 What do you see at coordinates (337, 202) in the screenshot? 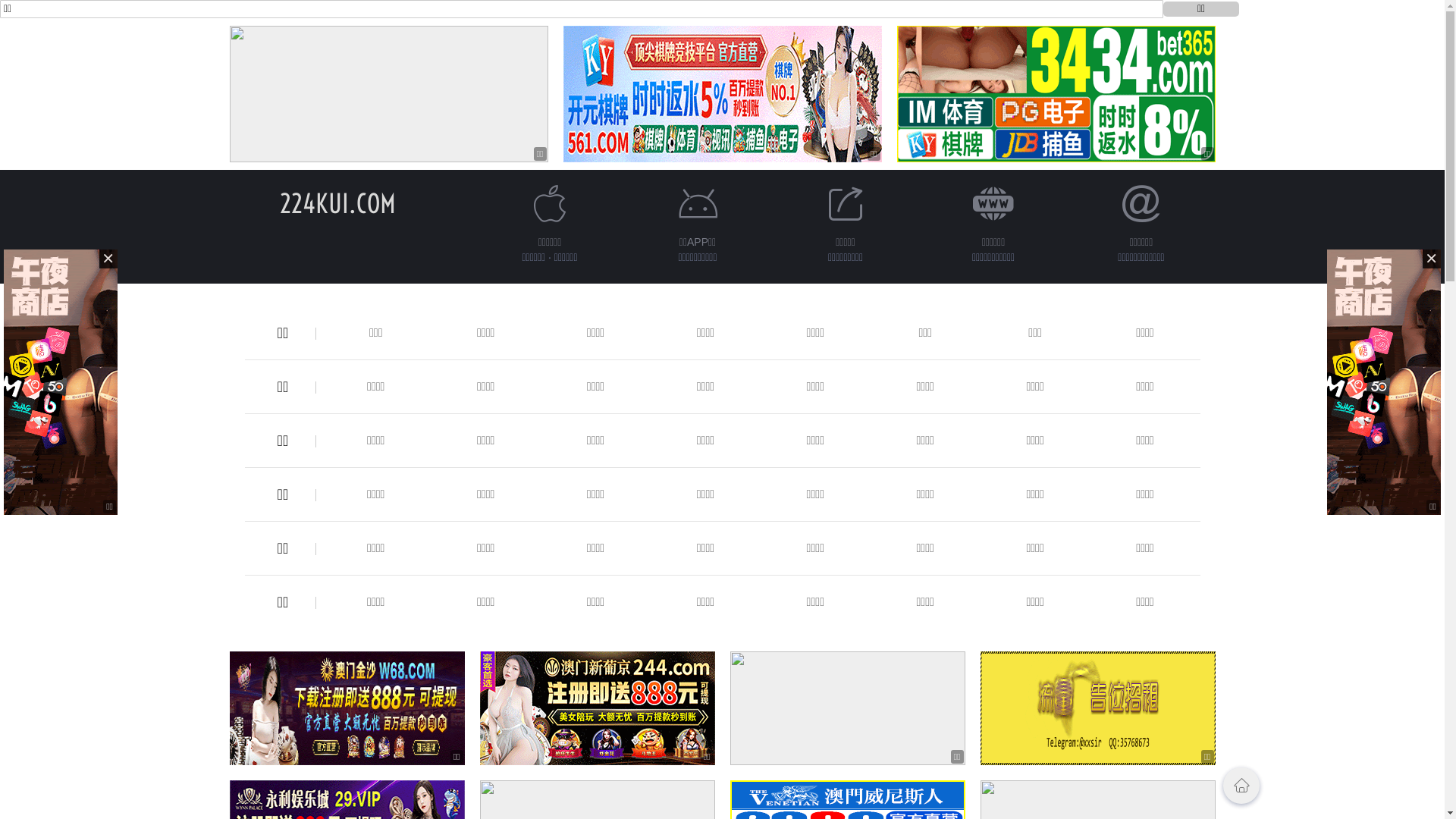
I see `'224KUI.COM'` at bounding box center [337, 202].